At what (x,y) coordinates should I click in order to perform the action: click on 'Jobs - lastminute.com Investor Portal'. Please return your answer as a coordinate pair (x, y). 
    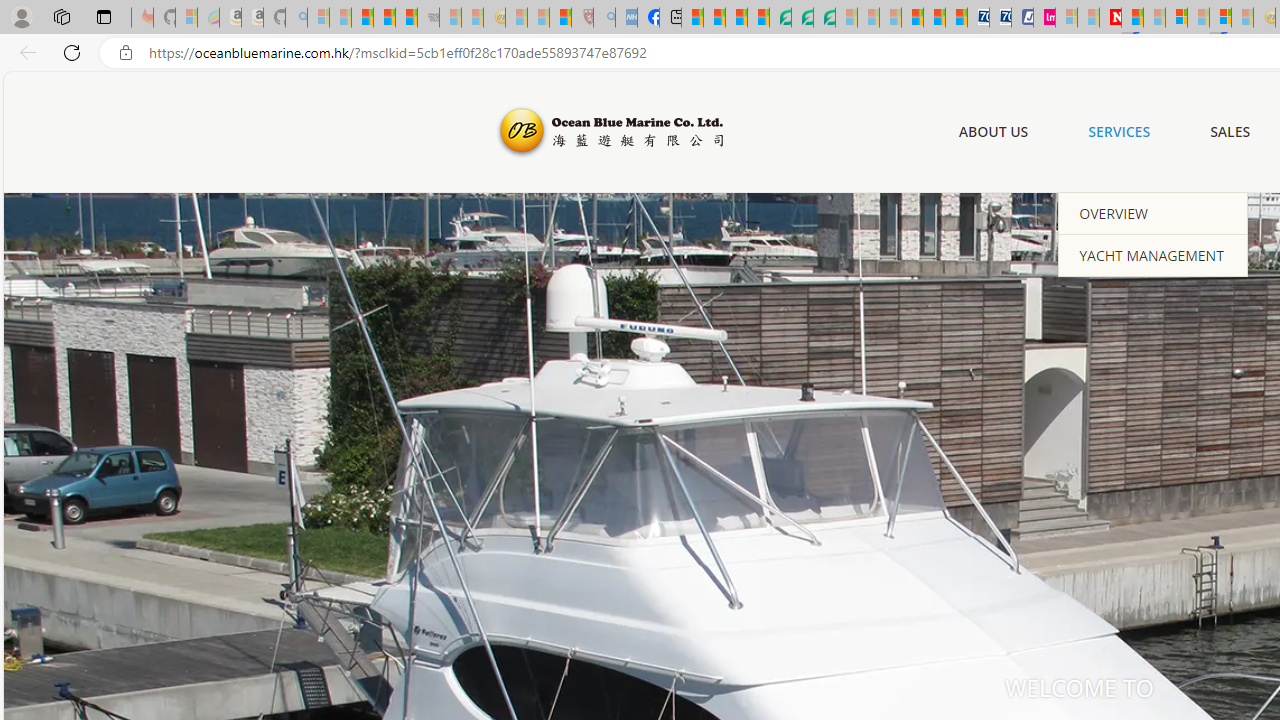
    Looking at the image, I should click on (1043, 17).